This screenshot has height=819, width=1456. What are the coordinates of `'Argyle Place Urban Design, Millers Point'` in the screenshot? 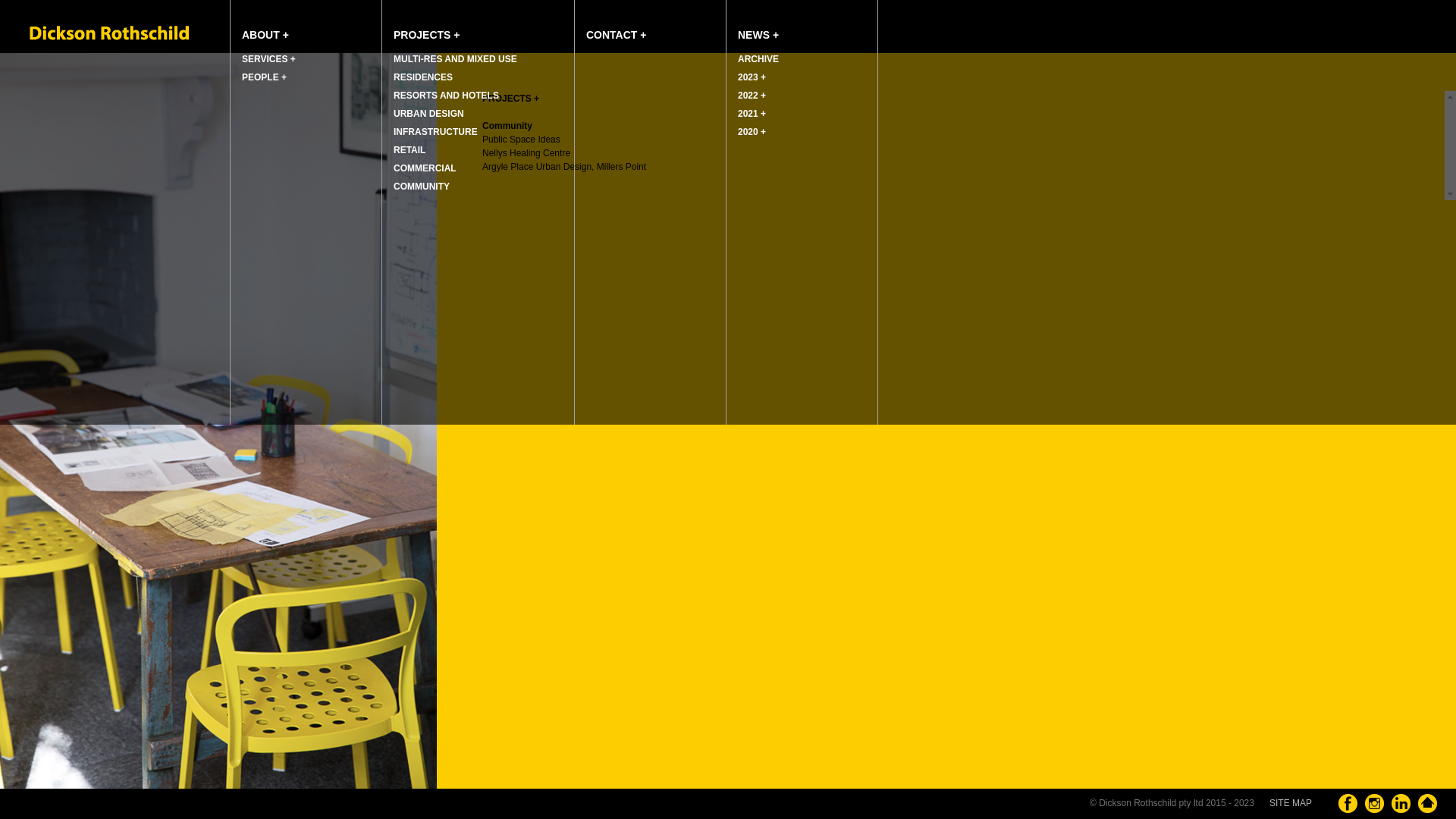 It's located at (481, 166).